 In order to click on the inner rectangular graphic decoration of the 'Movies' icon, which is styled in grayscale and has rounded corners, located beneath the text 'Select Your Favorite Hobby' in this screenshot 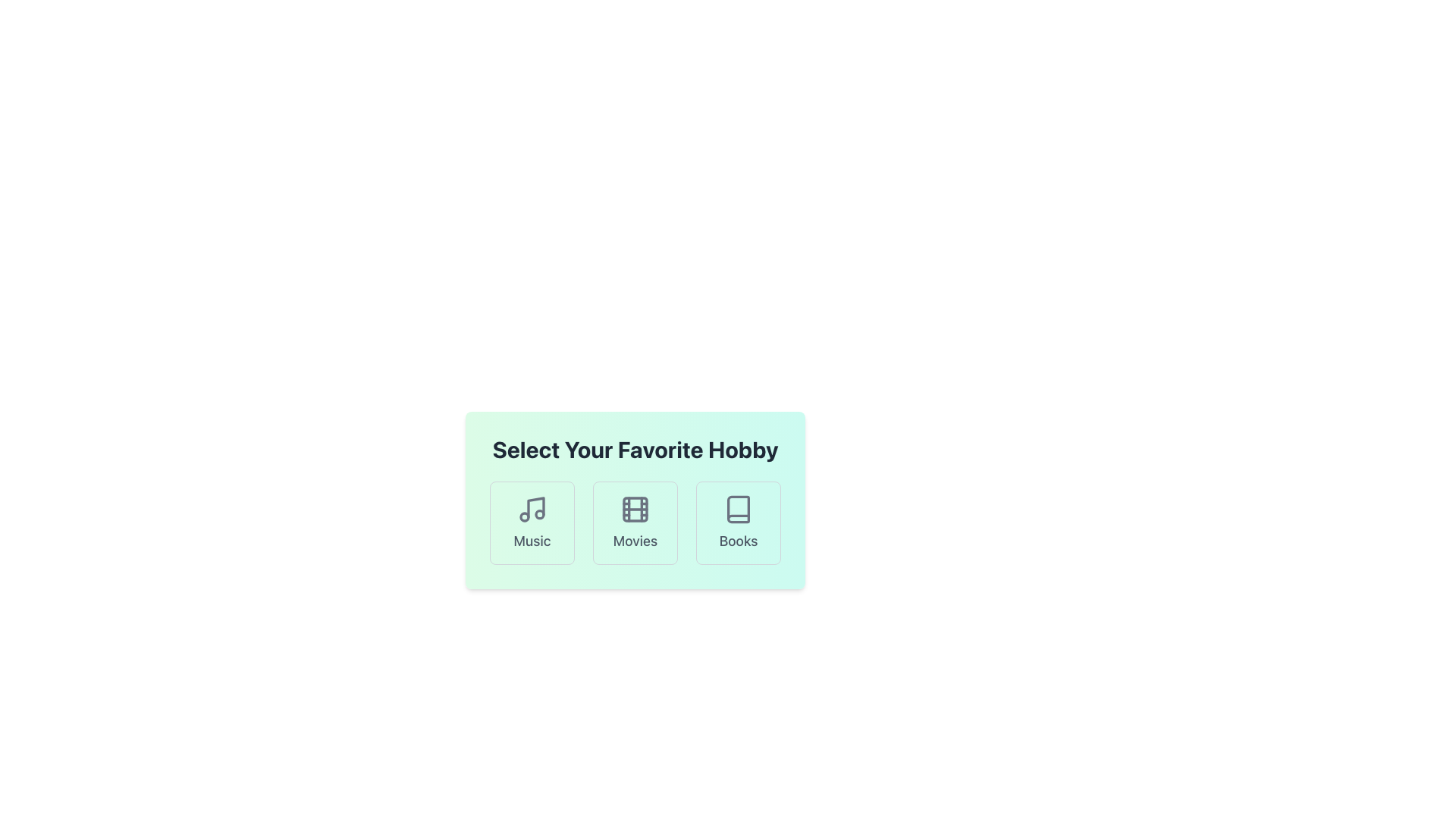, I will do `click(635, 509)`.